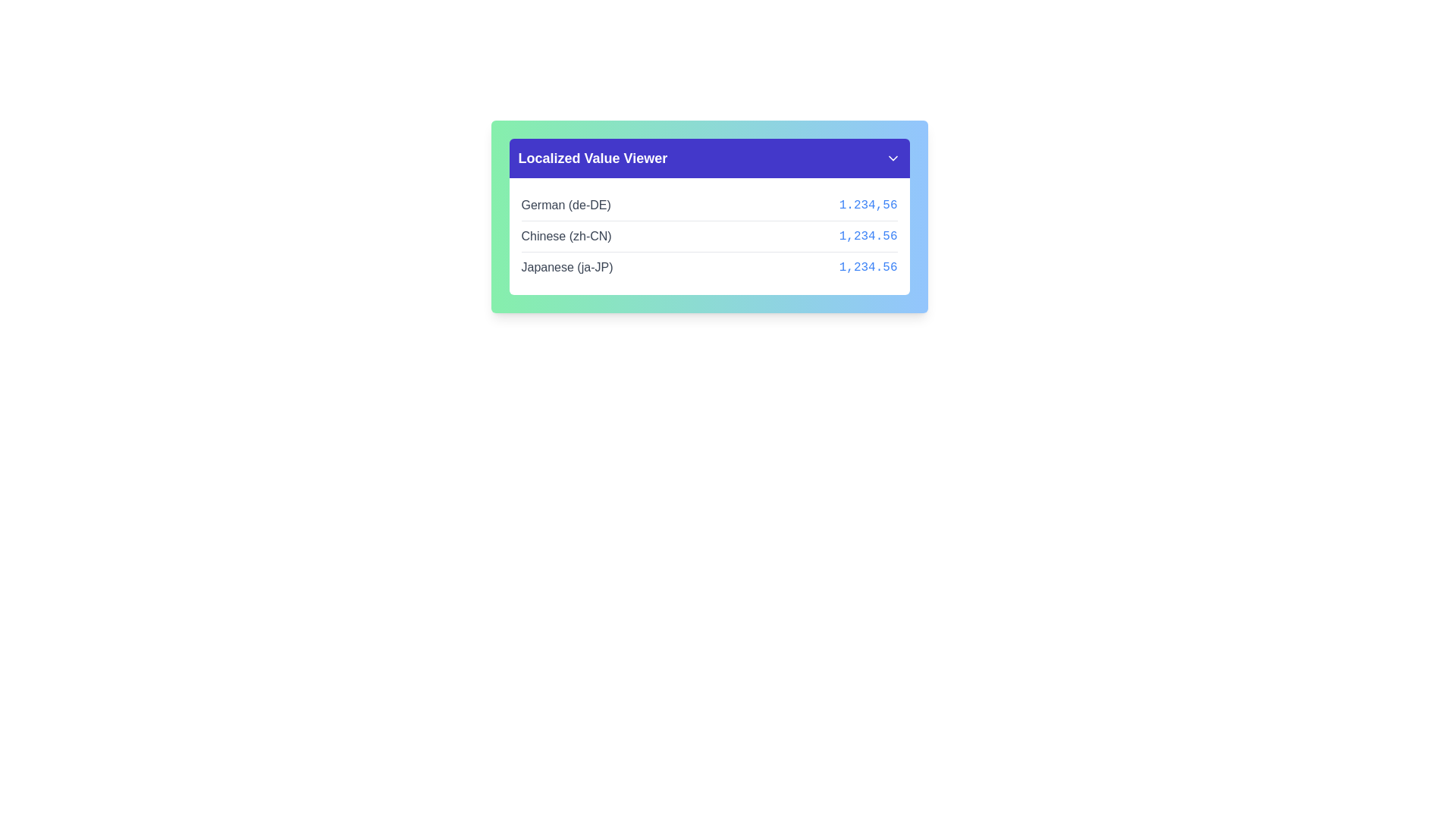 The height and width of the screenshot is (819, 1456). What do you see at coordinates (566, 267) in the screenshot?
I see `the static text label that identifies the language and locale code corresponding to the monetary value '1,234.56' in the third row of the 'Localized Value Viewer' table` at bounding box center [566, 267].